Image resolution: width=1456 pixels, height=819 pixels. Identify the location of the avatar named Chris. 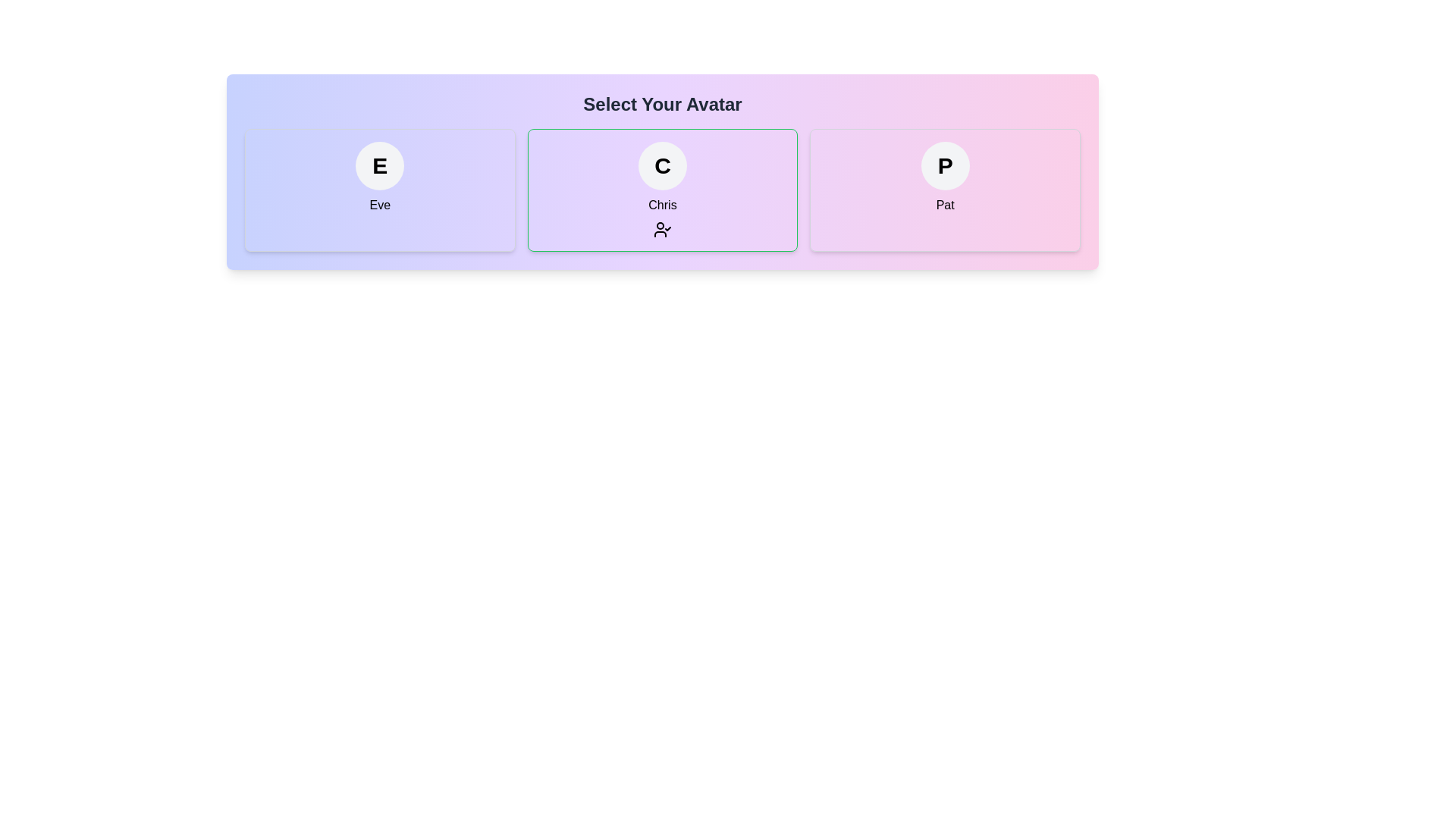
(662, 189).